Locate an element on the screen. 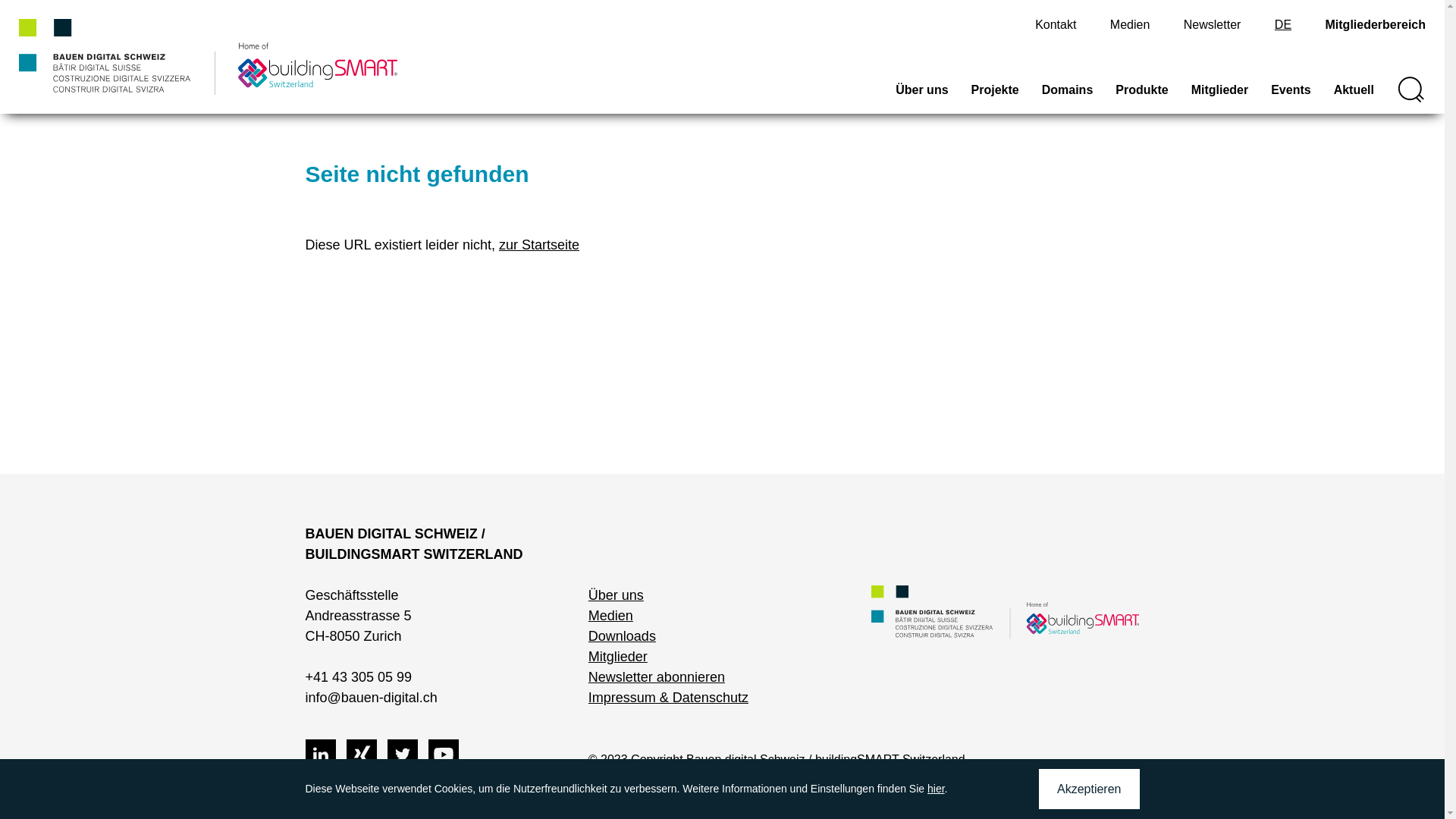 The width and height of the screenshot is (1456, 819). 'Projekte' is located at coordinates (995, 96).